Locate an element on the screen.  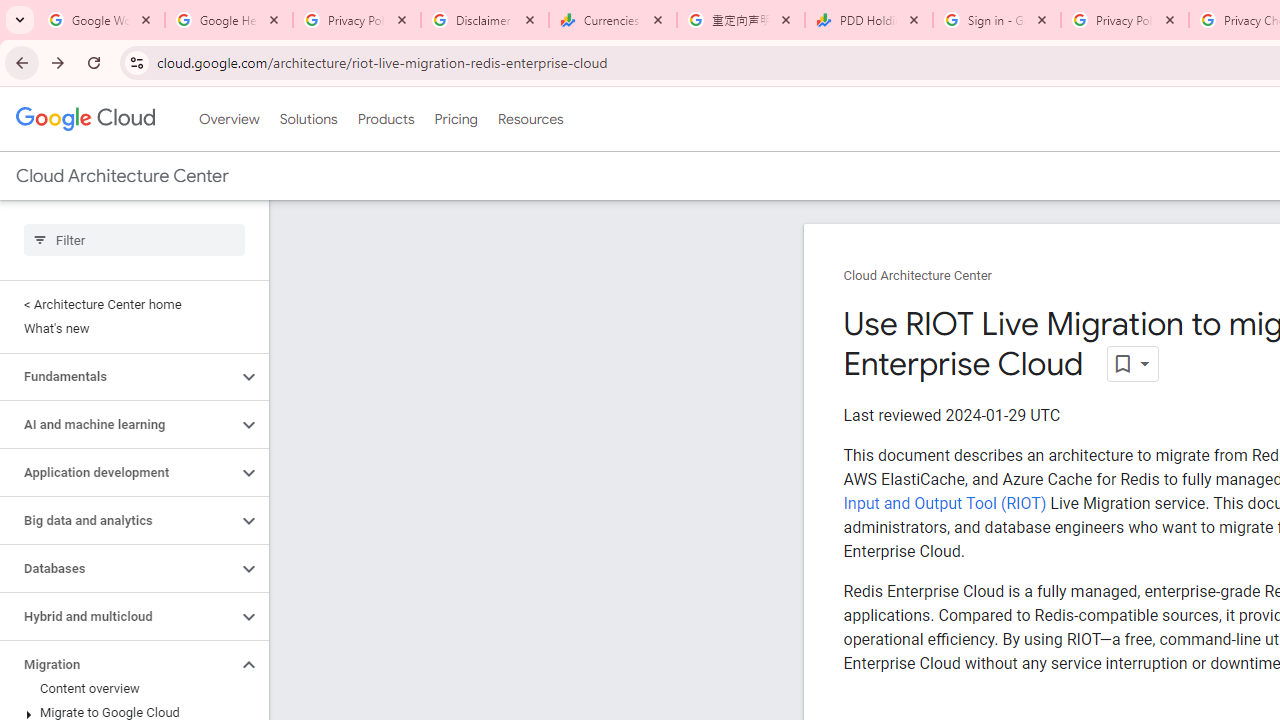
'Fundamentals' is located at coordinates (117, 376).